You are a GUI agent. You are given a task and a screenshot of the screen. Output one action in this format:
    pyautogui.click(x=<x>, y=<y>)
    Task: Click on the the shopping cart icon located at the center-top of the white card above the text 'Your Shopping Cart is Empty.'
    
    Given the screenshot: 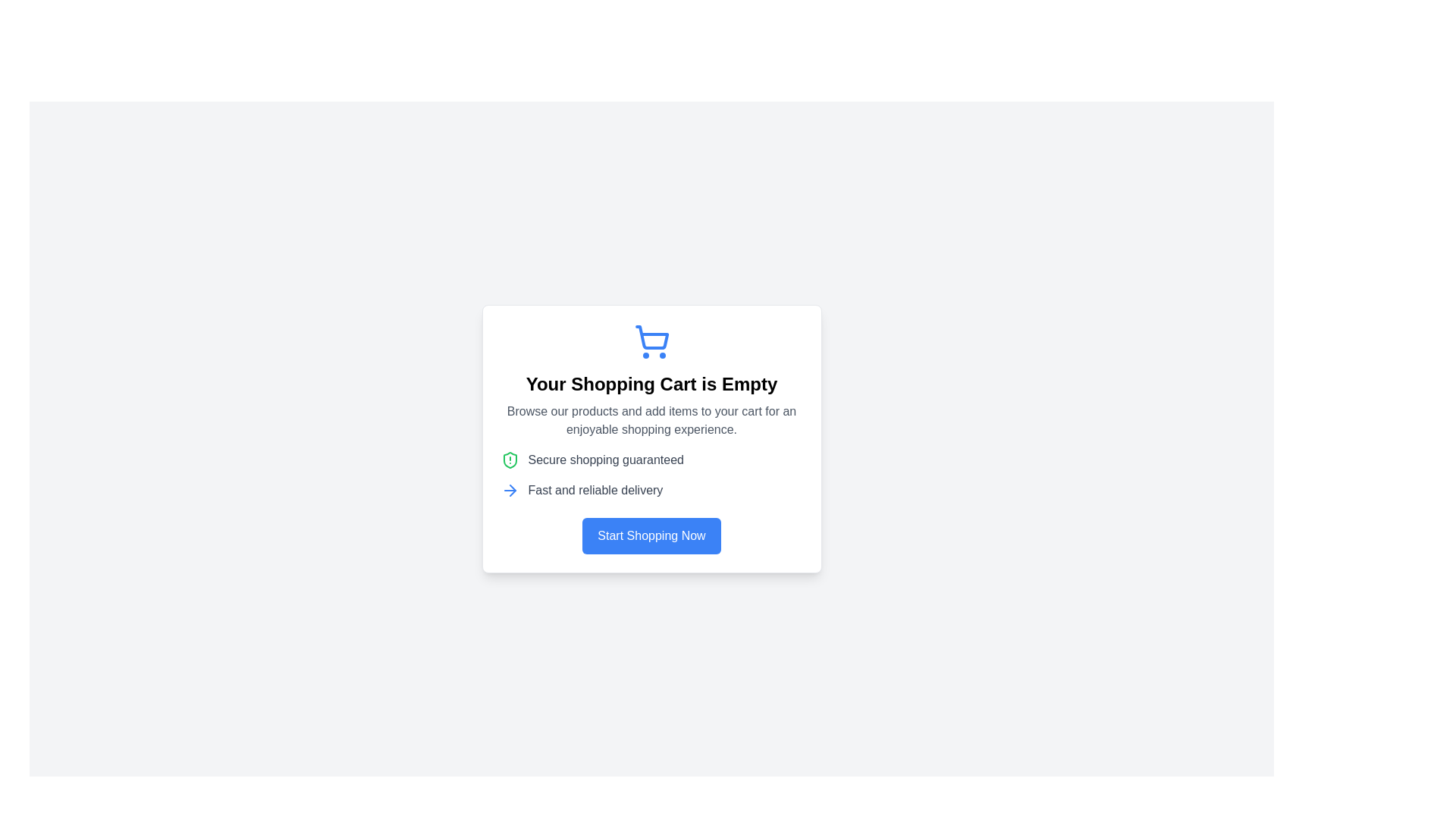 What is the action you would take?
    pyautogui.click(x=651, y=342)
    